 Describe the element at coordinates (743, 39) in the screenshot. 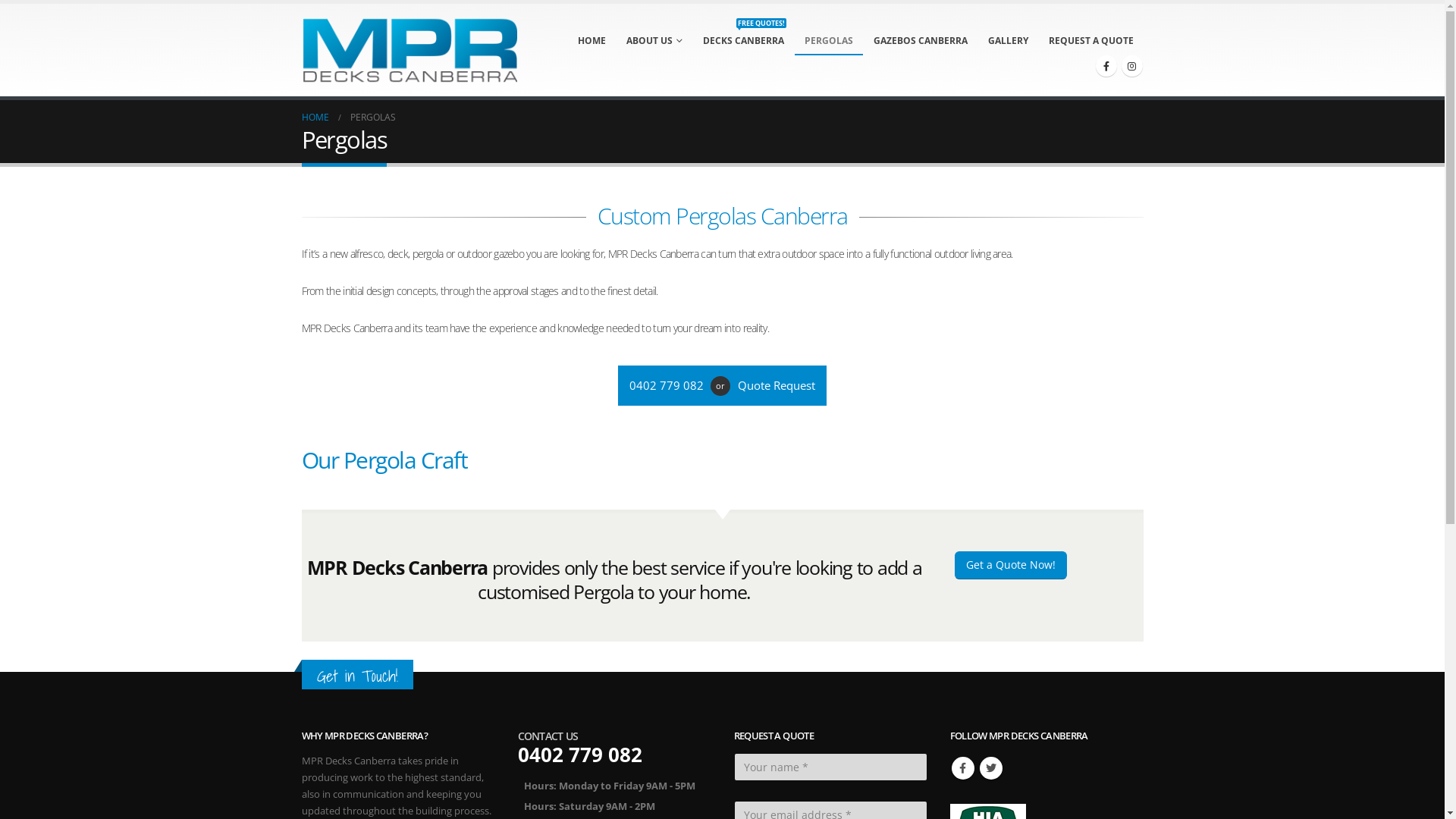

I see `'DECKS CANBERRA` at that location.